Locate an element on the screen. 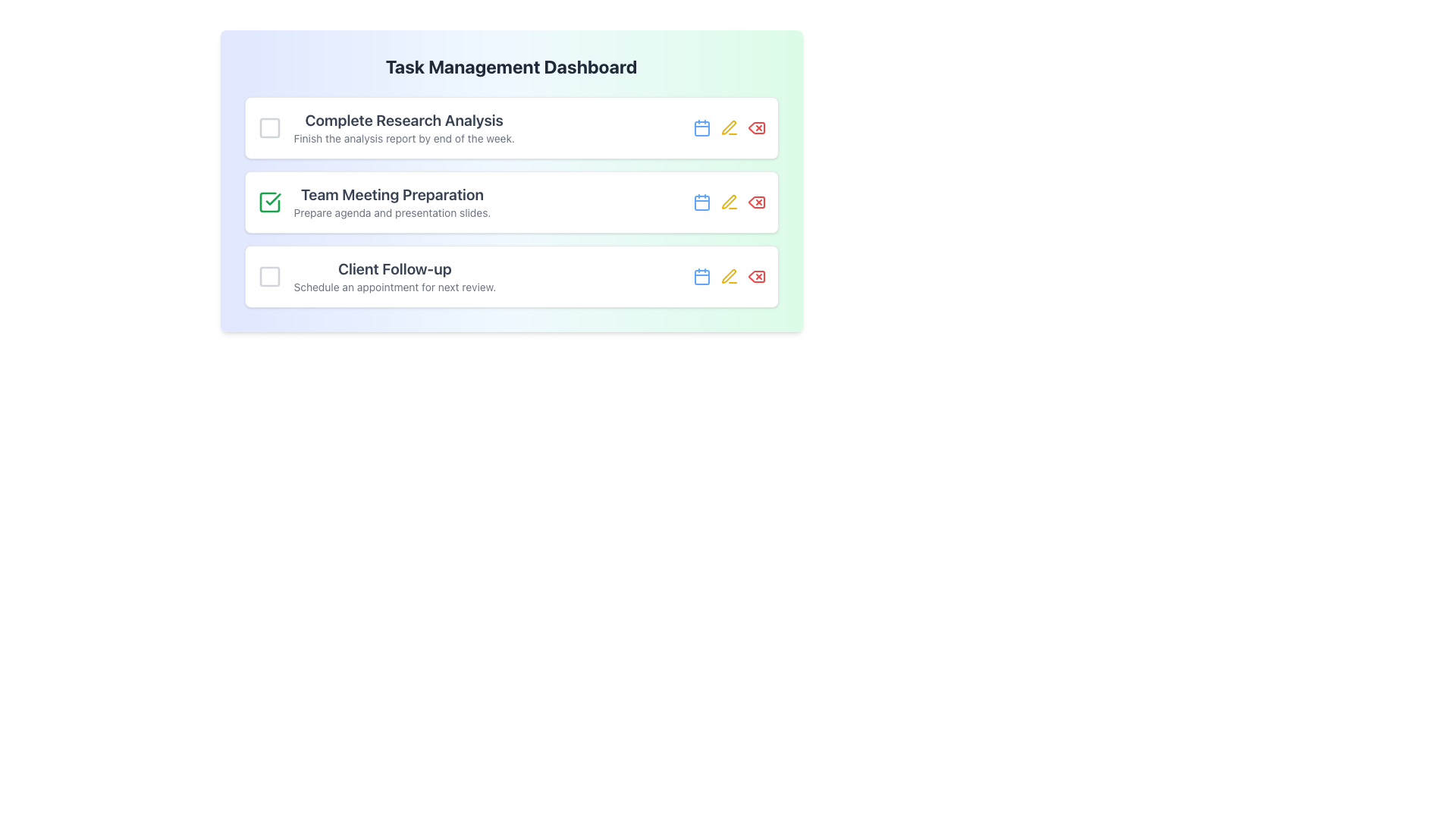  the SVG-based calendar icon located to the right of the task title 'Complete Research Analysis' is located at coordinates (701, 127).